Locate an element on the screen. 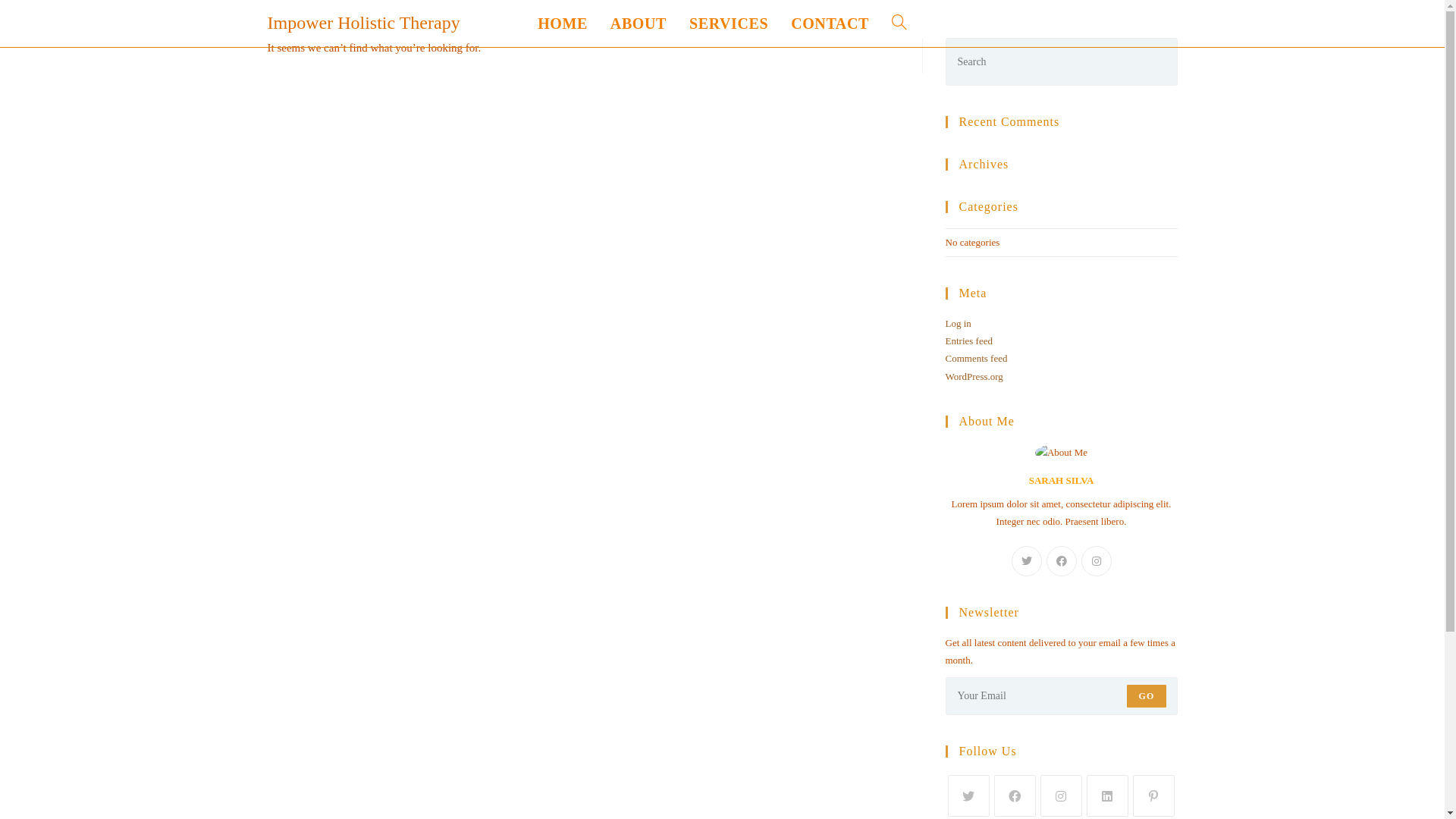 The image size is (1456, 819). 'Impower Holistic Therapy' is located at coordinates (362, 23).